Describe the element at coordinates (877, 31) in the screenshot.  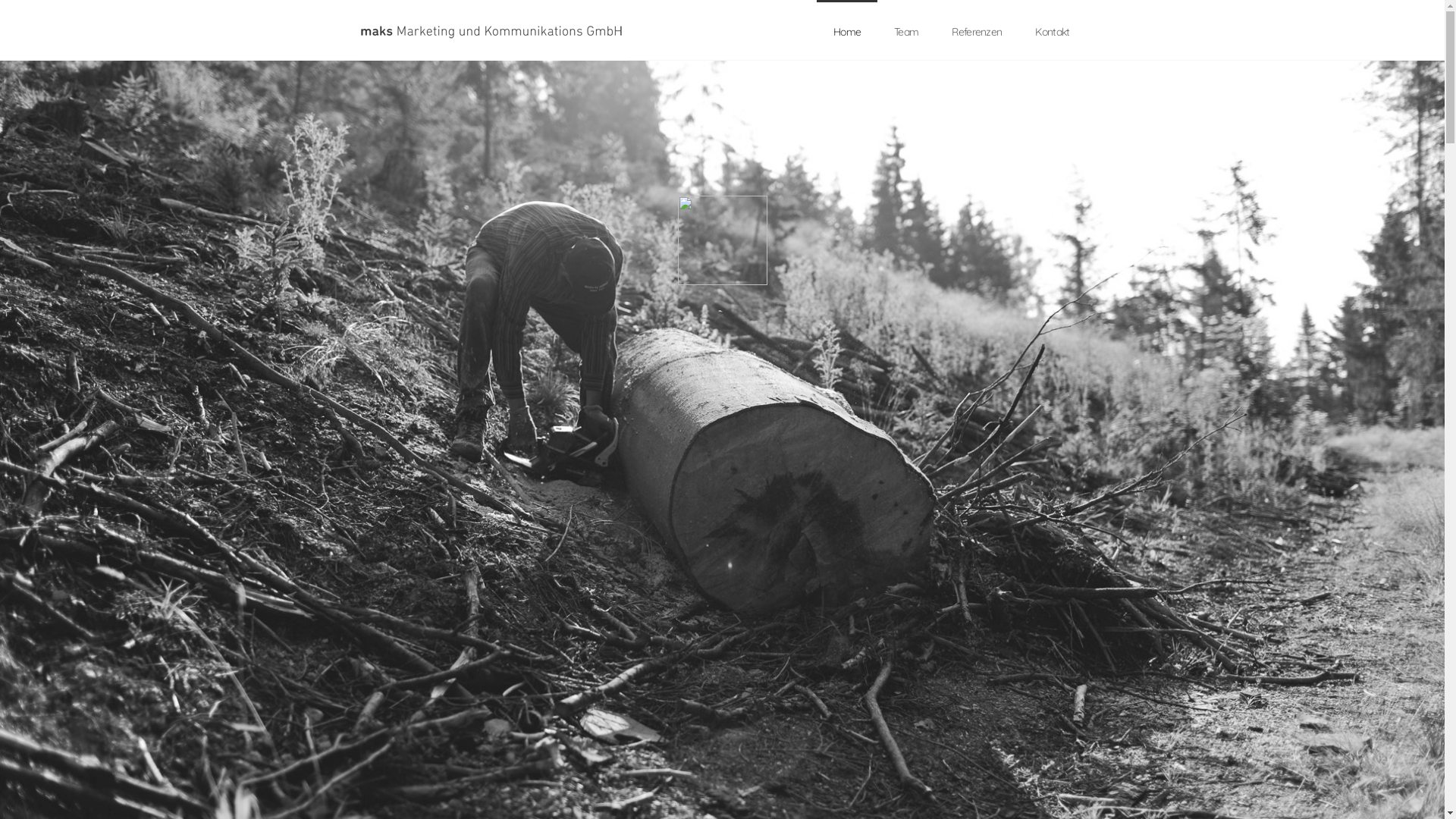
I see `'Team'` at that location.